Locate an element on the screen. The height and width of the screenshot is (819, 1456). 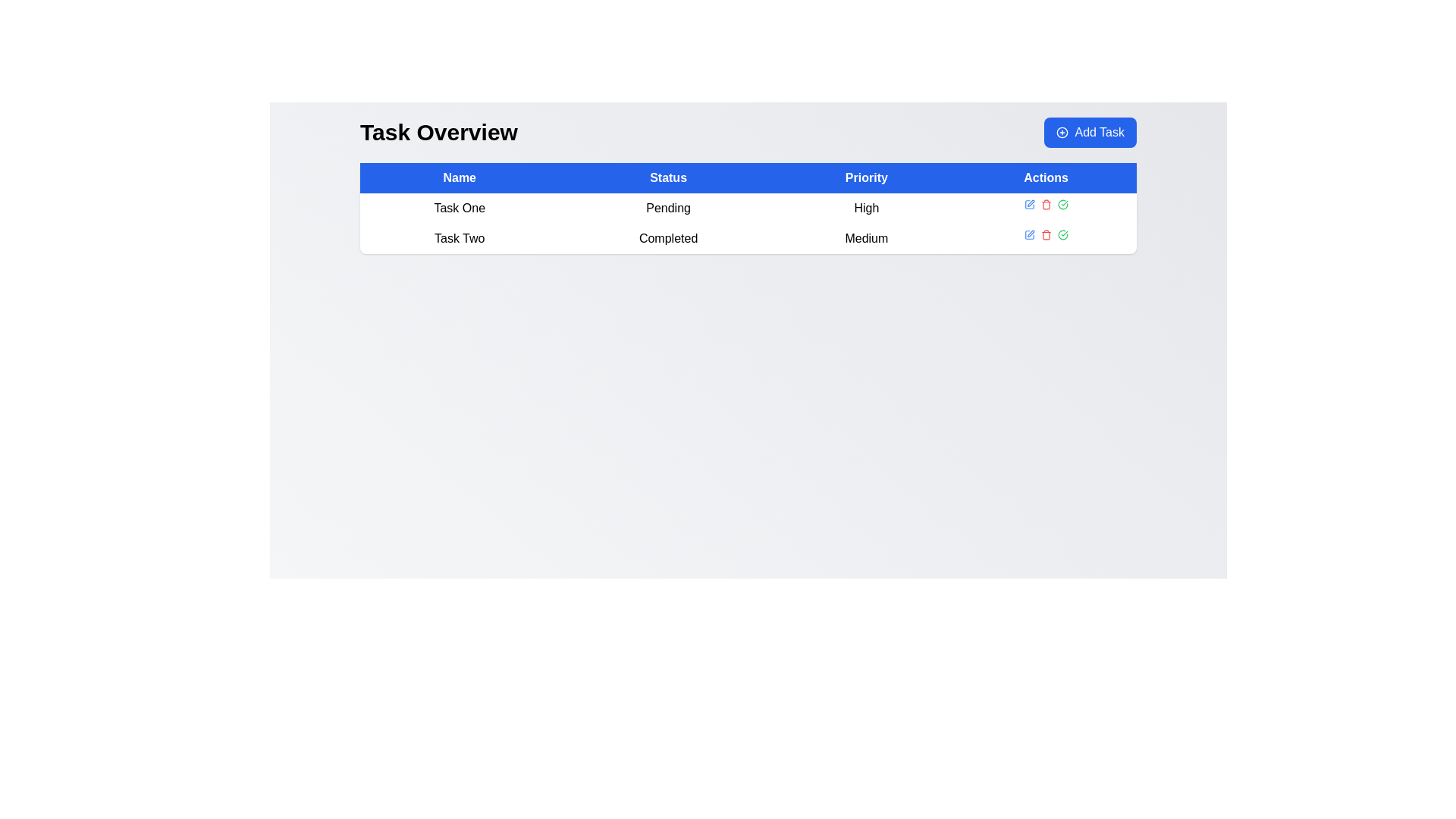
the edit button located in the 'Actions' column of the second row corresponding to 'Task One' to initiate an edit action is located at coordinates (1029, 205).